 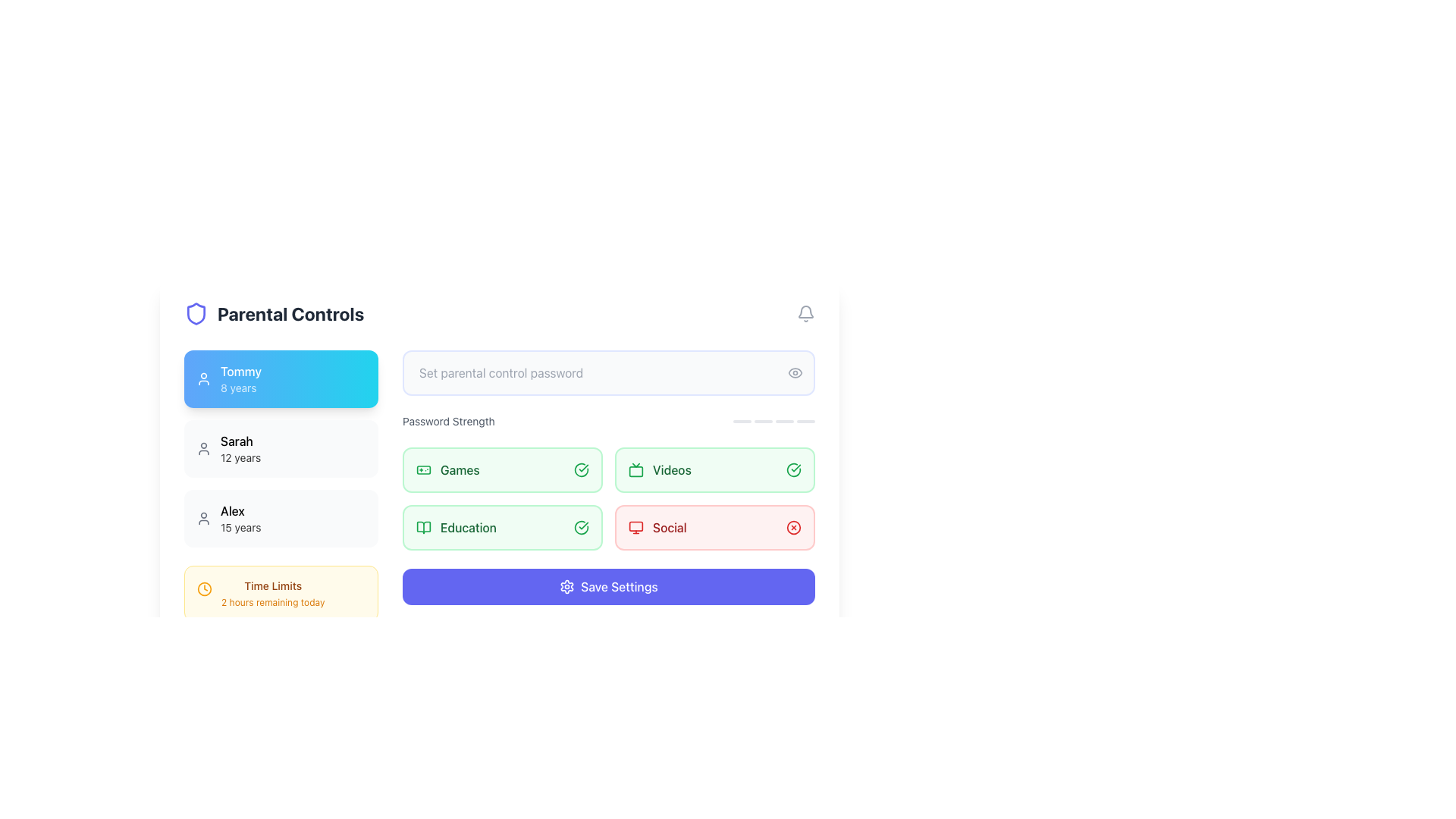 What do you see at coordinates (240, 388) in the screenshot?
I see `the text label indicating '8 years' under the name 'Tommy' in the blue box on the left side of the interface` at bounding box center [240, 388].